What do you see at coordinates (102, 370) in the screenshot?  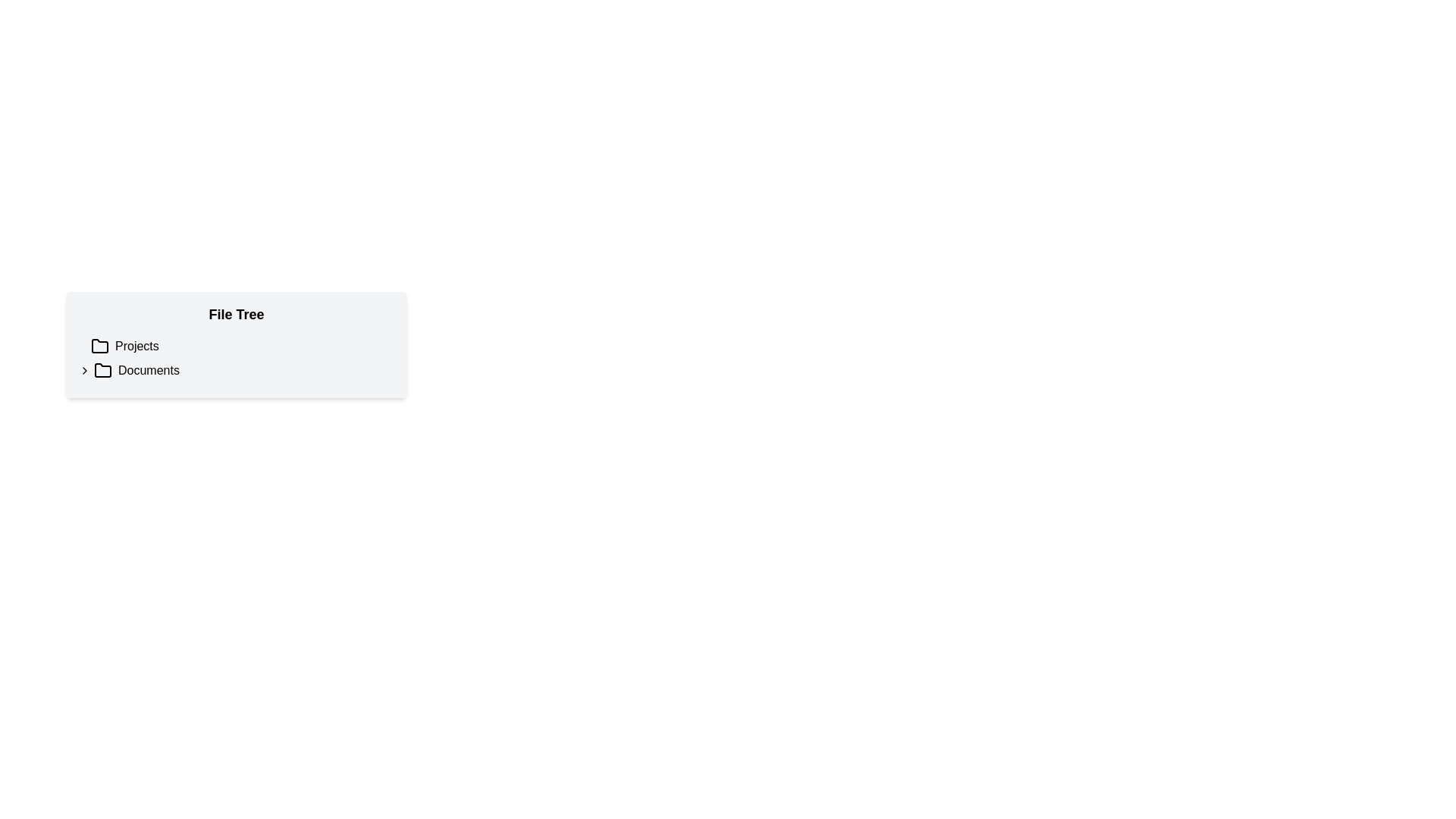 I see `the visual representation of the folder icon next to the 'Documents' label in the file tree` at bounding box center [102, 370].